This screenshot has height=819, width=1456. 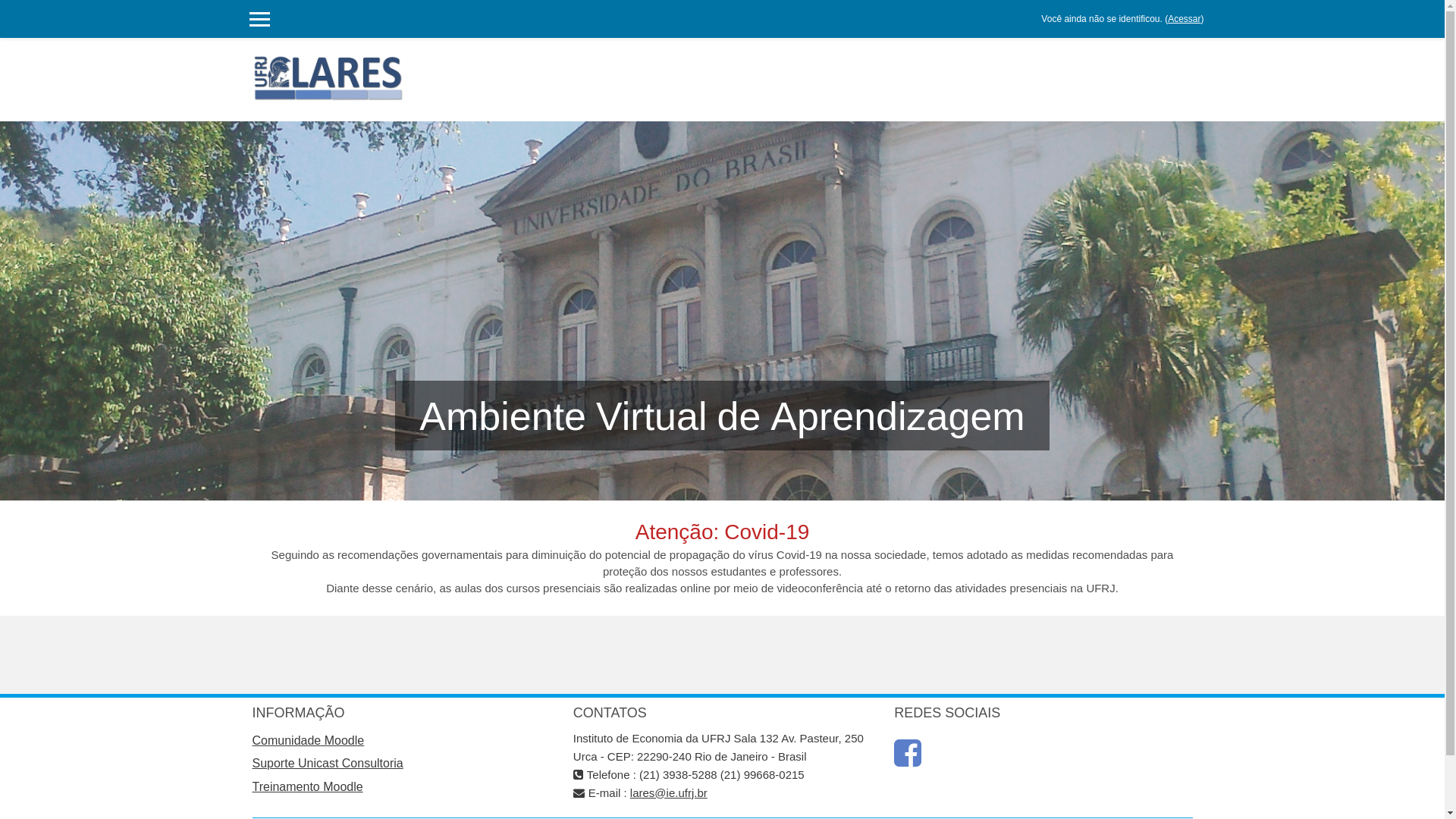 I want to click on 'Suporte Unicast Consultoria', so click(x=326, y=763).